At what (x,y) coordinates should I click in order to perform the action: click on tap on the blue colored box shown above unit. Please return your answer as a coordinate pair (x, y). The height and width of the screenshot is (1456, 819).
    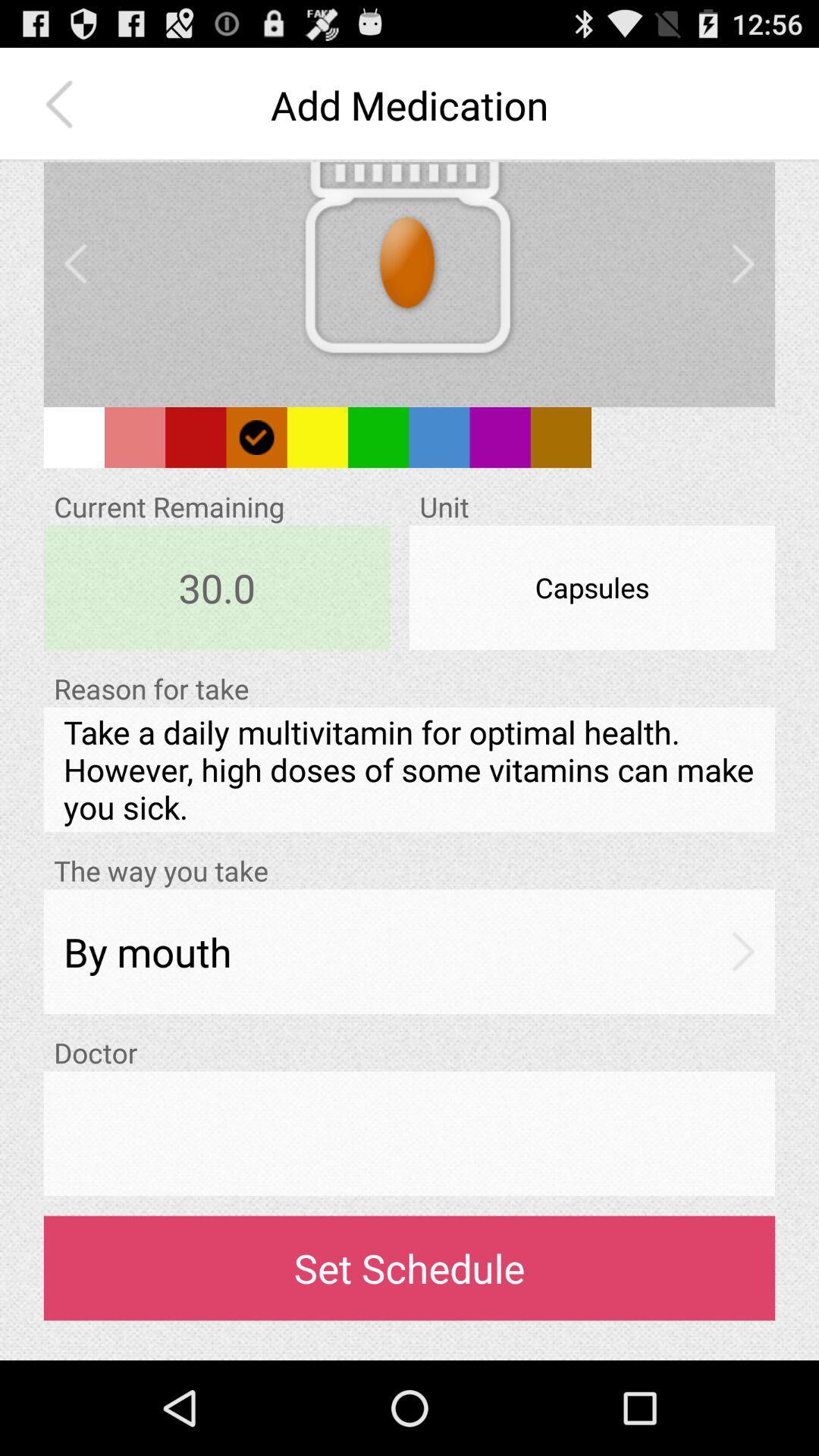
    Looking at the image, I should click on (439, 436).